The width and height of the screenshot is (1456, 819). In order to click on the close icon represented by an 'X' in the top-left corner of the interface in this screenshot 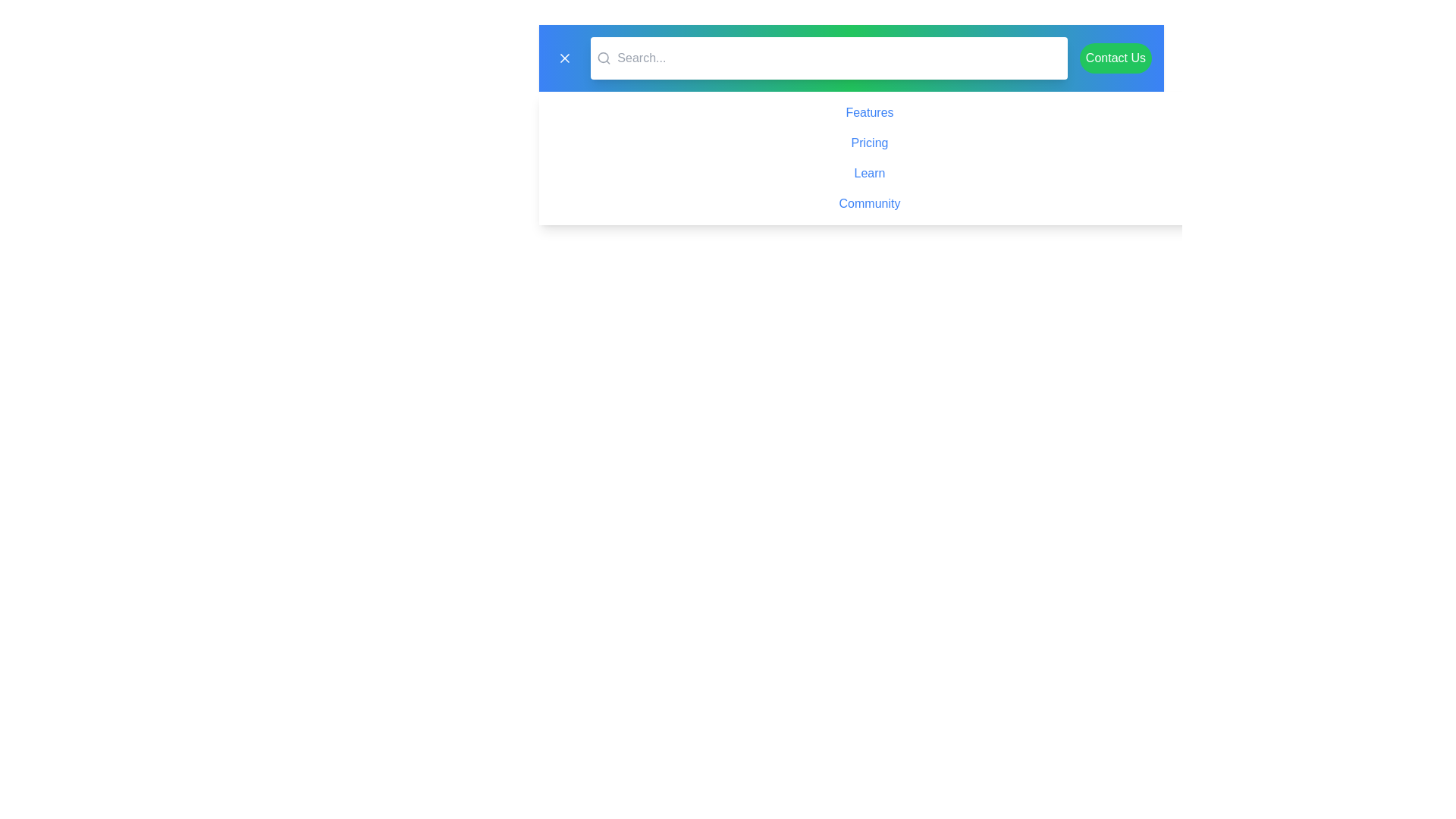, I will do `click(563, 58)`.